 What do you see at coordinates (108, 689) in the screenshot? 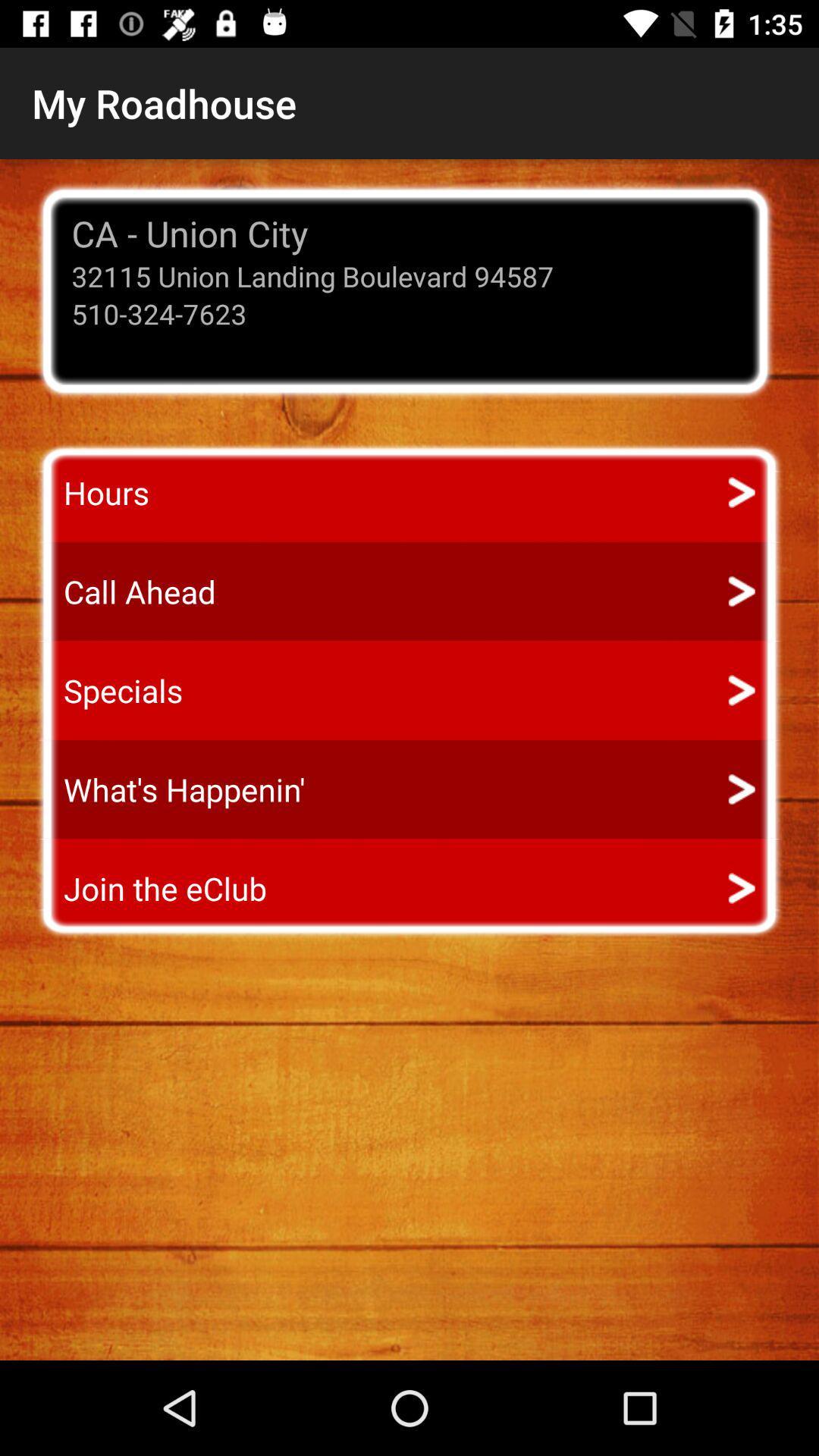
I see `item below call ahead app` at bounding box center [108, 689].